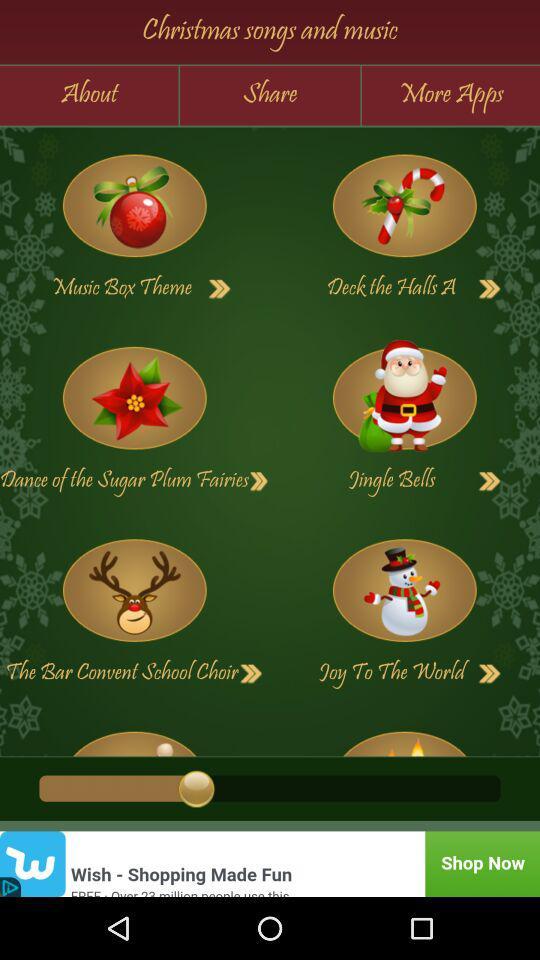 This screenshot has width=540, height=960. Describe the element at coordinates (404, 736) in the screenshot. I see `item` at that location.